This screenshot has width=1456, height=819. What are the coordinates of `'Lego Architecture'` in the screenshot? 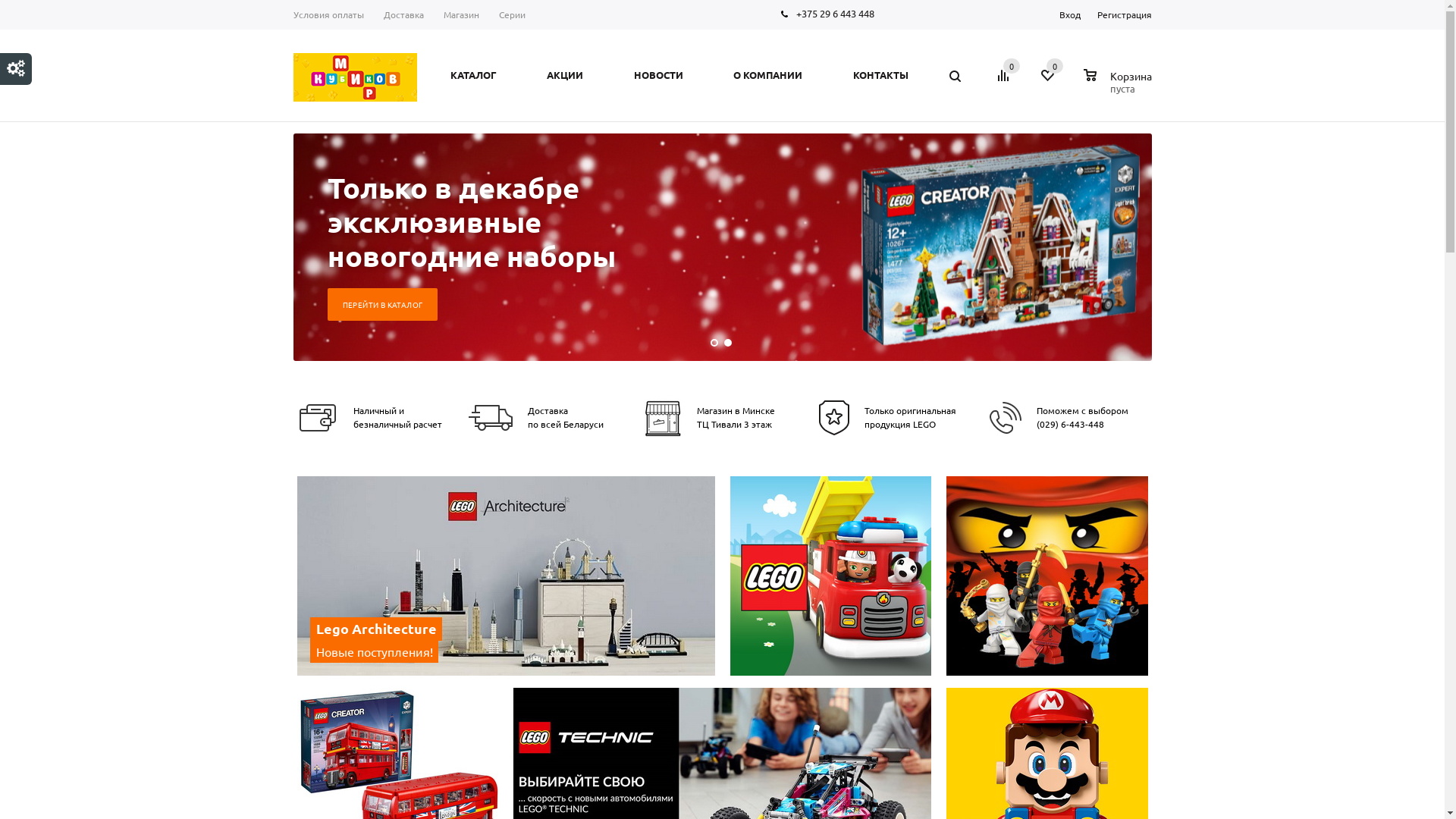 It's located at (508, 578).